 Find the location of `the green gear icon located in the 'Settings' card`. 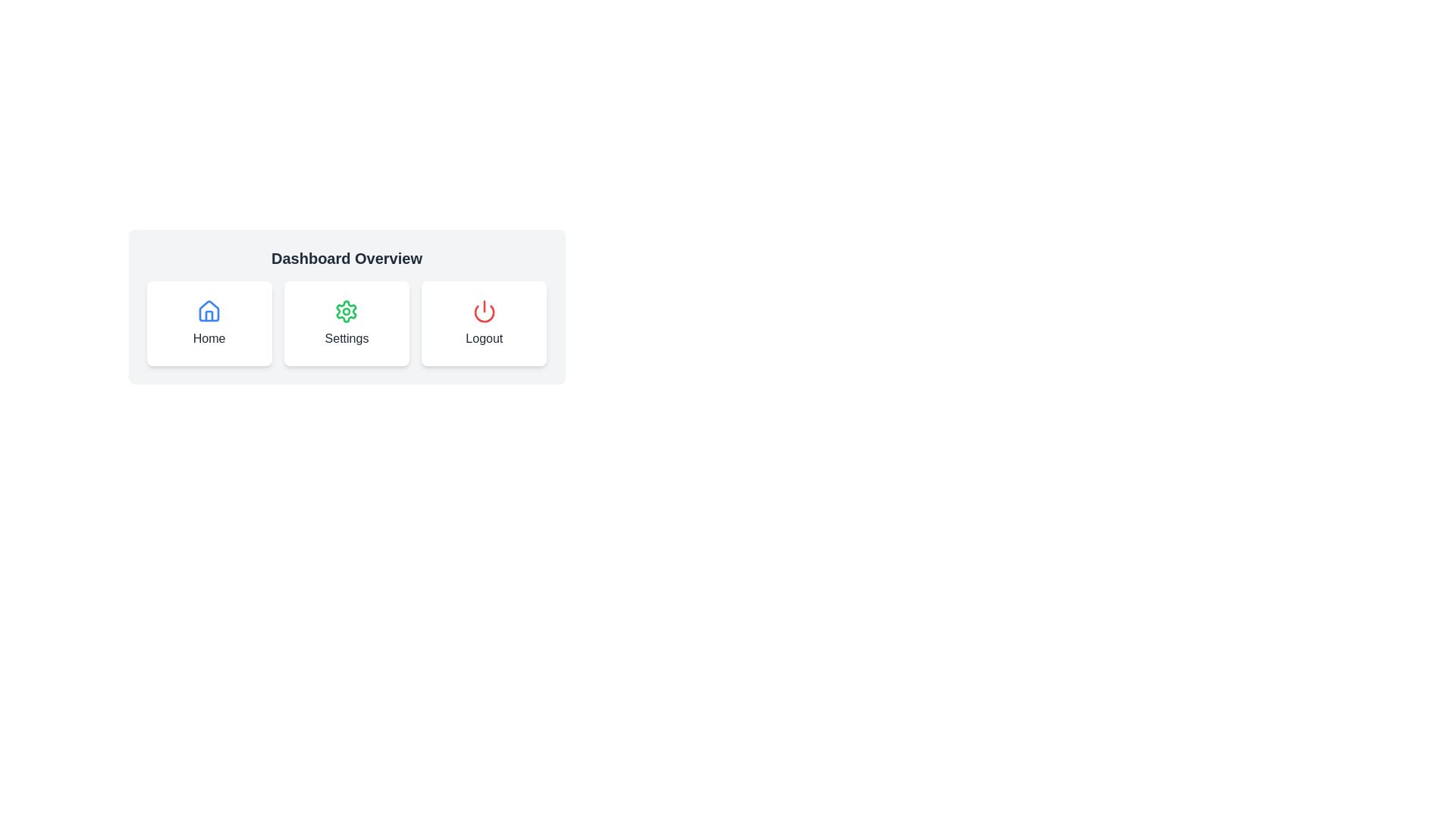

the green gear icon located in the 'Settings' card is located at coordinates (346, 311).